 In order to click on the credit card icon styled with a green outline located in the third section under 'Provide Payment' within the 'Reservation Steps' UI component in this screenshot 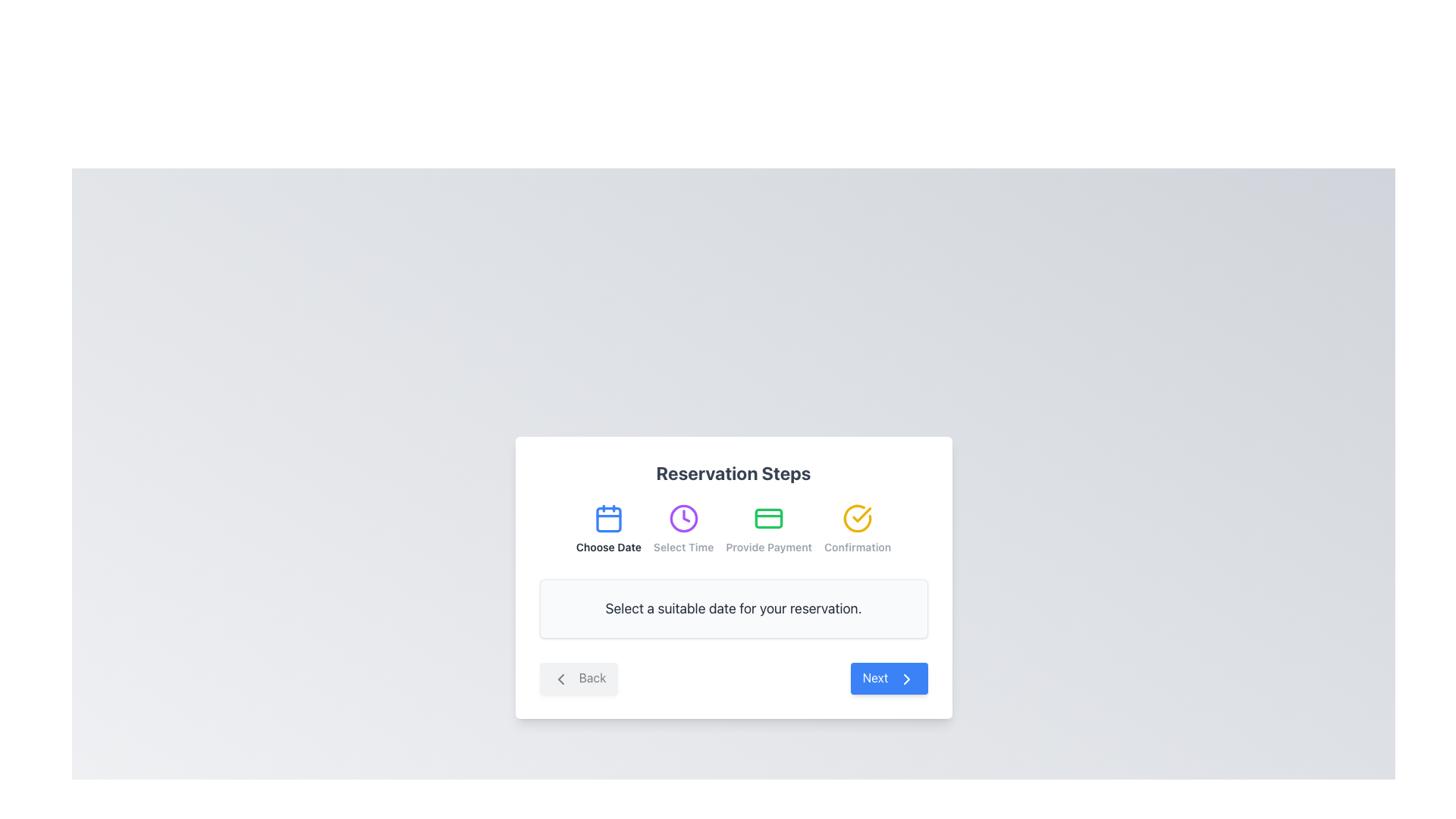, I will do `click(769, 518)`.